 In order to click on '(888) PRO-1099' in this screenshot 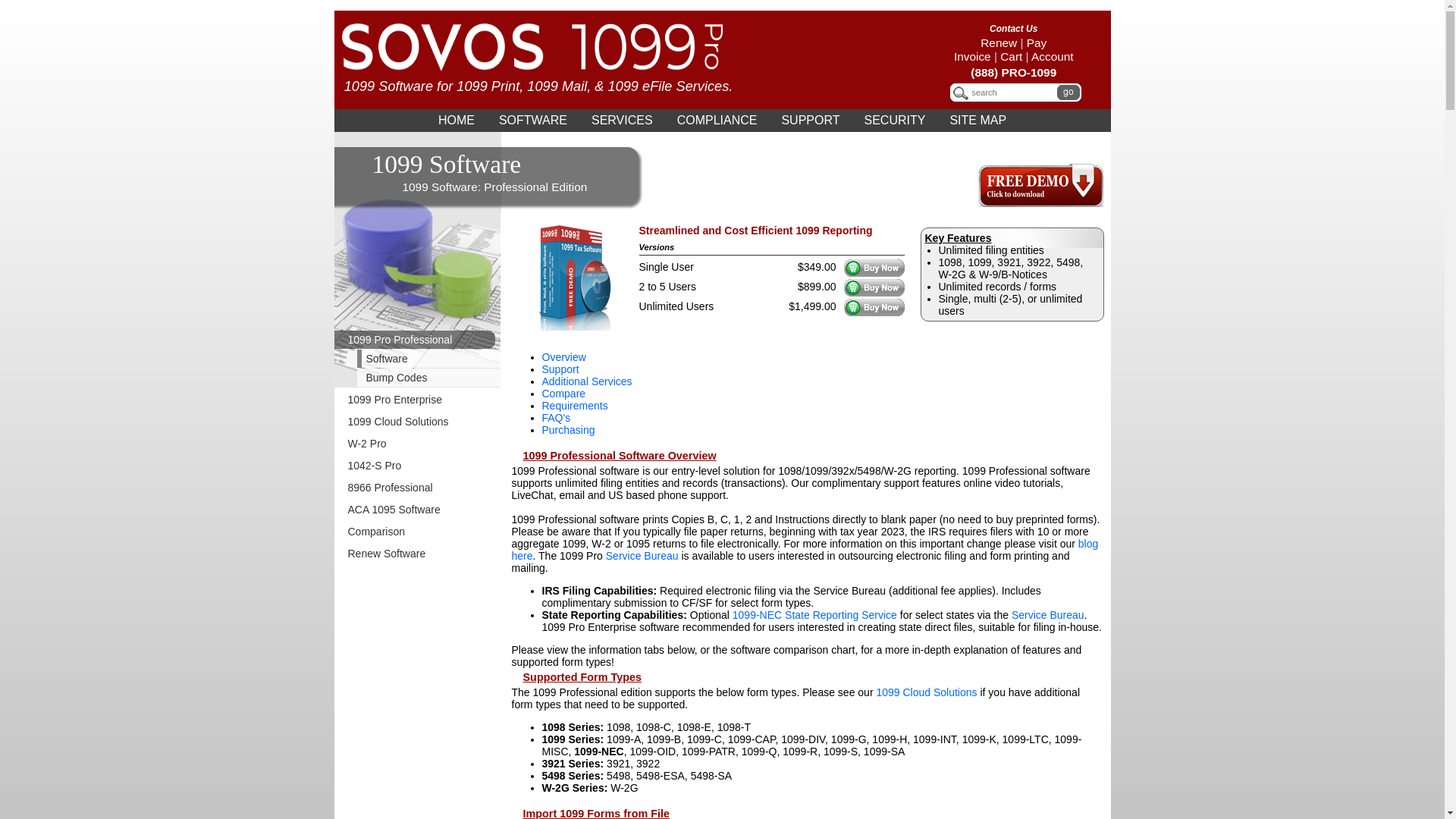, I will do `click(1013, 72)`.